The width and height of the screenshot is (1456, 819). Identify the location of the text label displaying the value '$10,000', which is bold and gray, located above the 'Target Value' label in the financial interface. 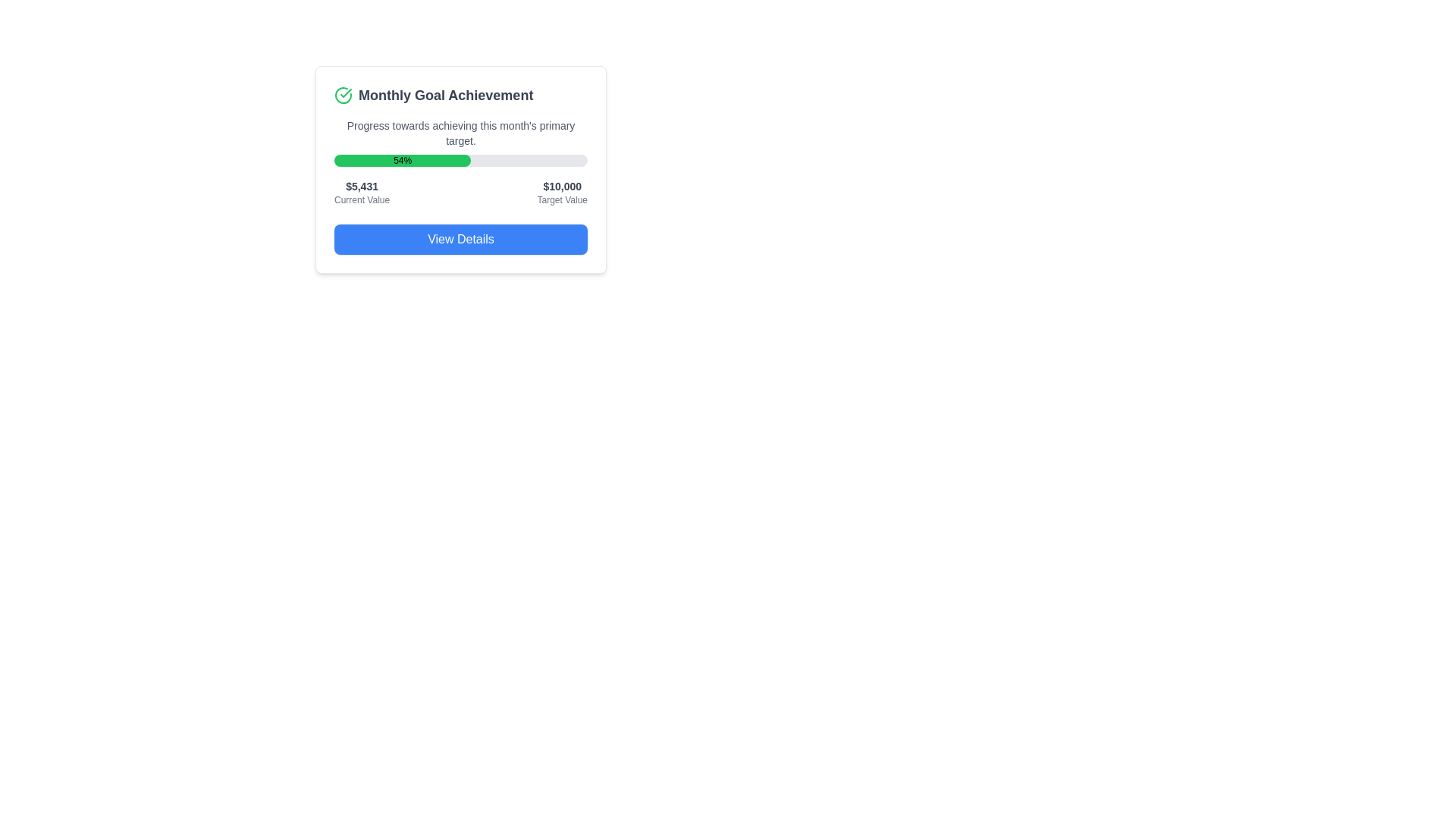
(561, 186).